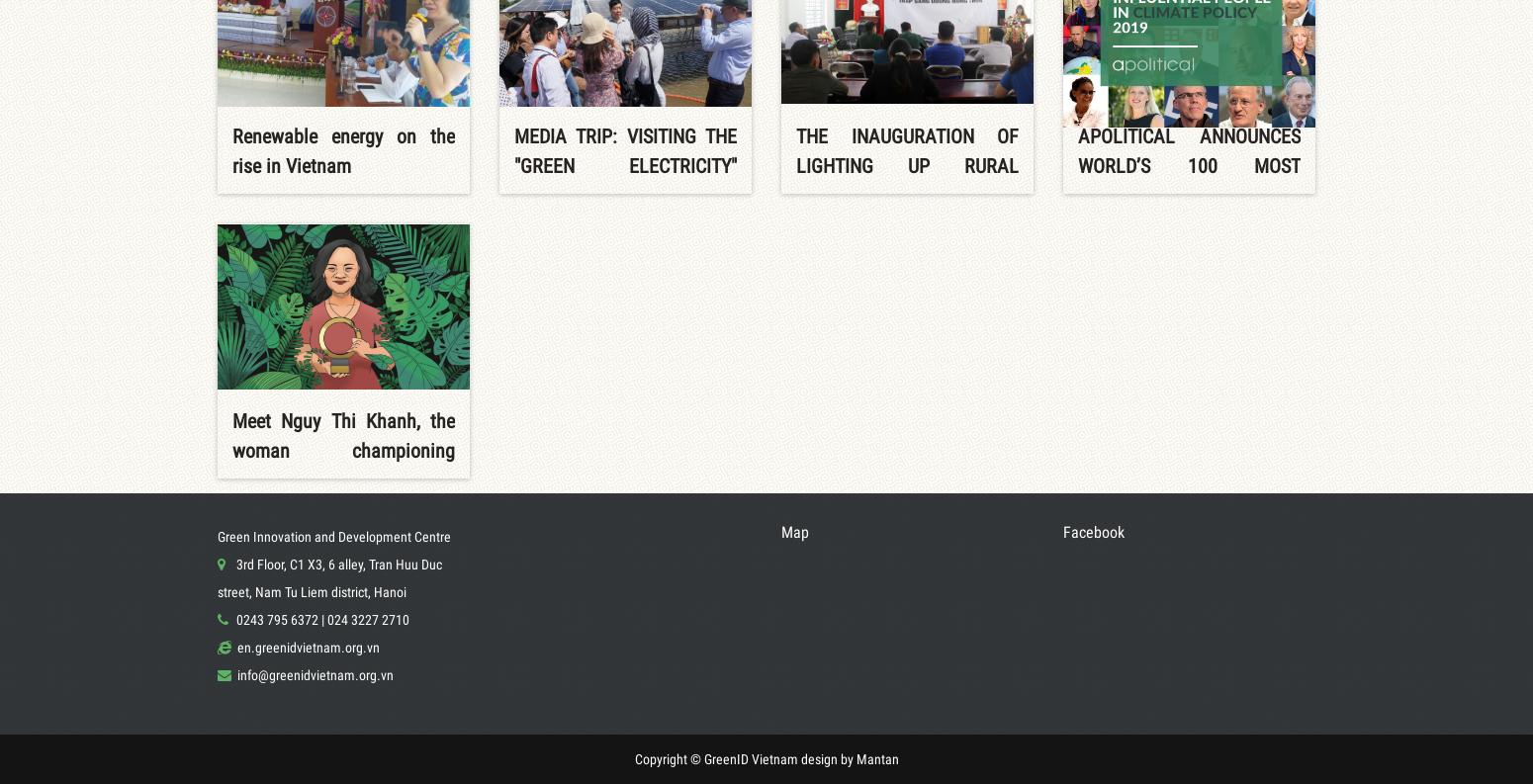 This screenshot has width=1533, height=784. Describe the element at coordinates (308, 645) in the screenshot. I see `'en.greenidvietnam.org.vn'` at that location.